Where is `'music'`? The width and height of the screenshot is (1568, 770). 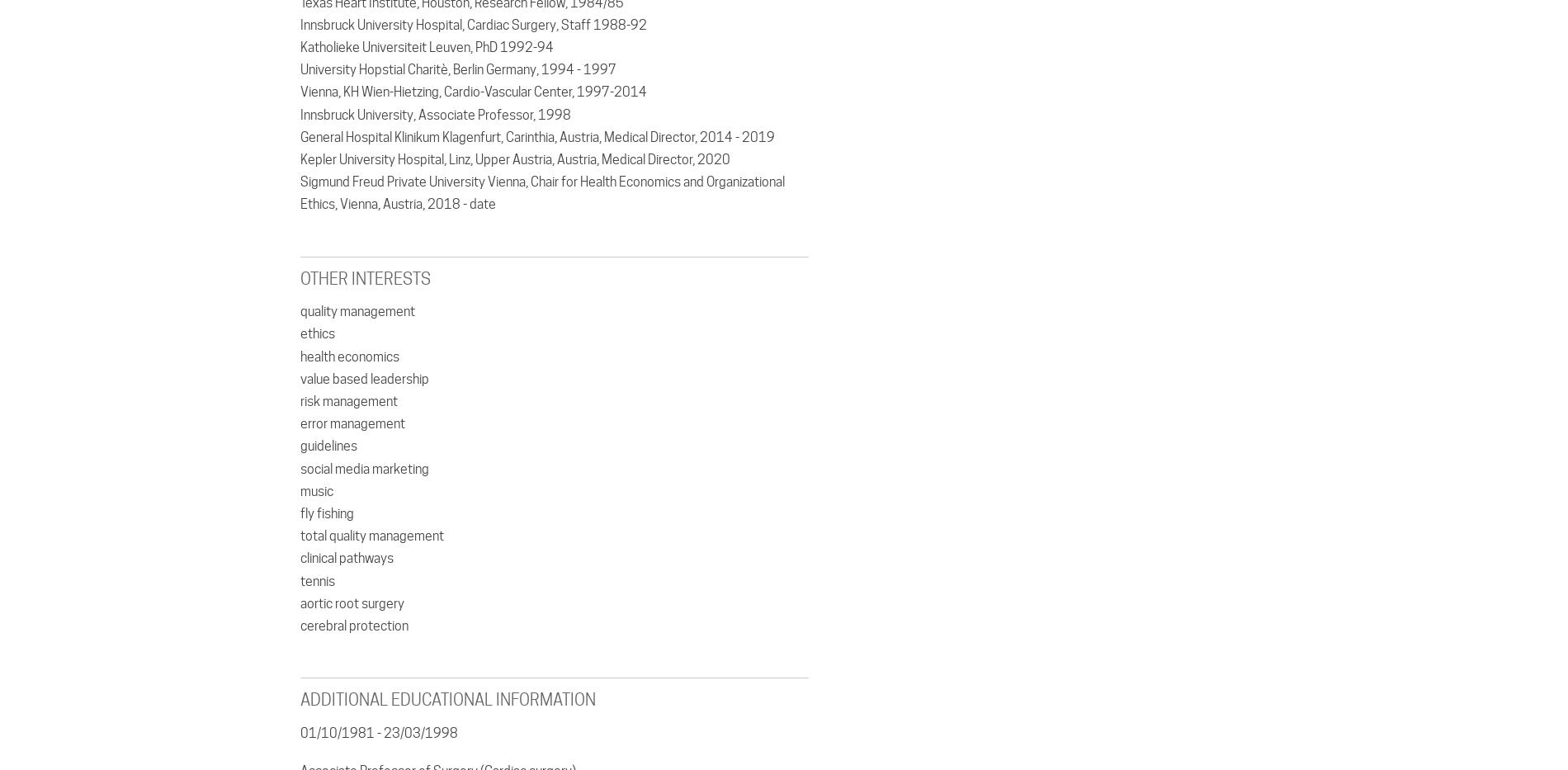 'music' is located at coordinates (315, 490).